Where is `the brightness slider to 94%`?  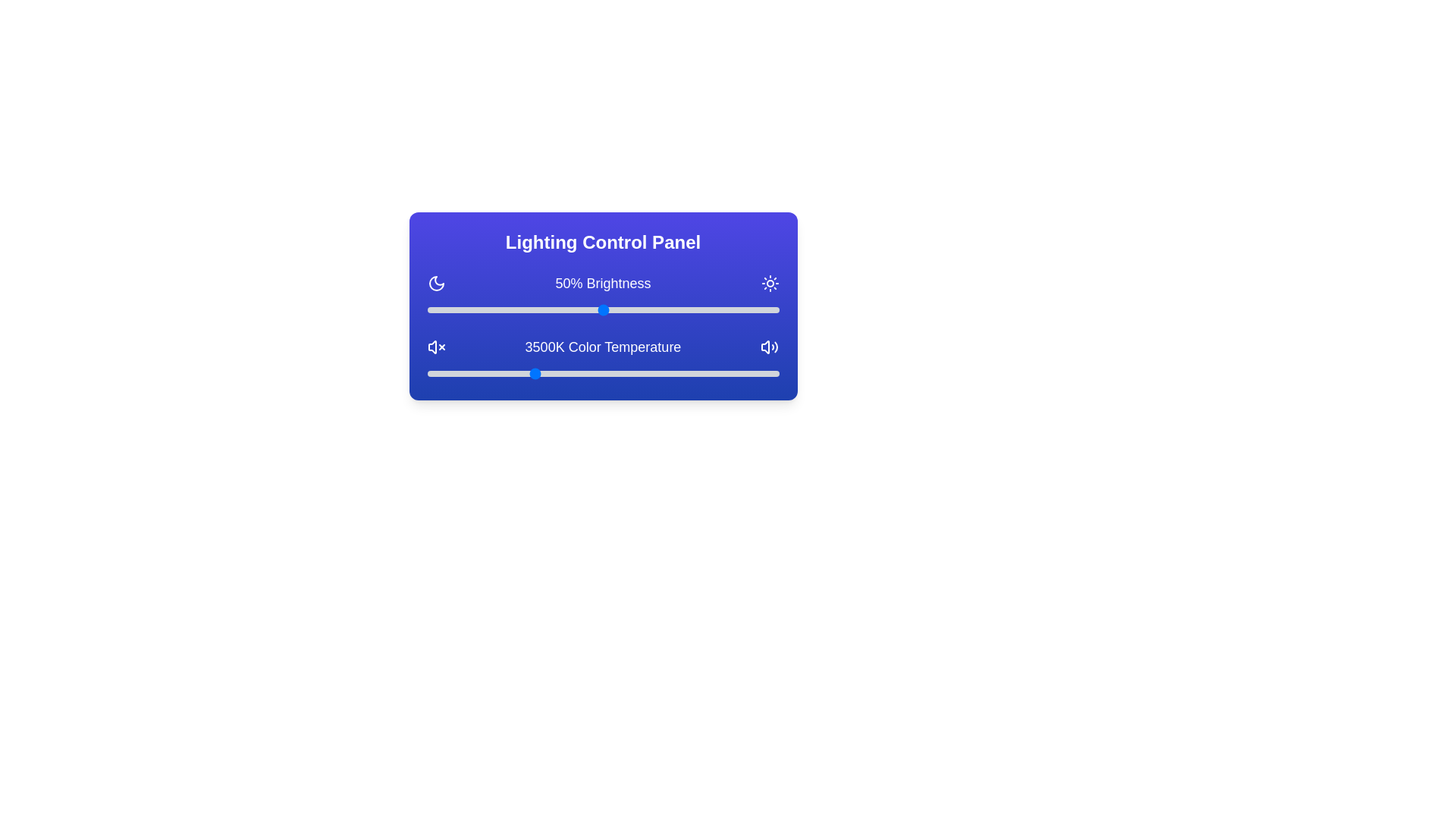 the brightness slider to 94% is located at coordinates (758, 309).